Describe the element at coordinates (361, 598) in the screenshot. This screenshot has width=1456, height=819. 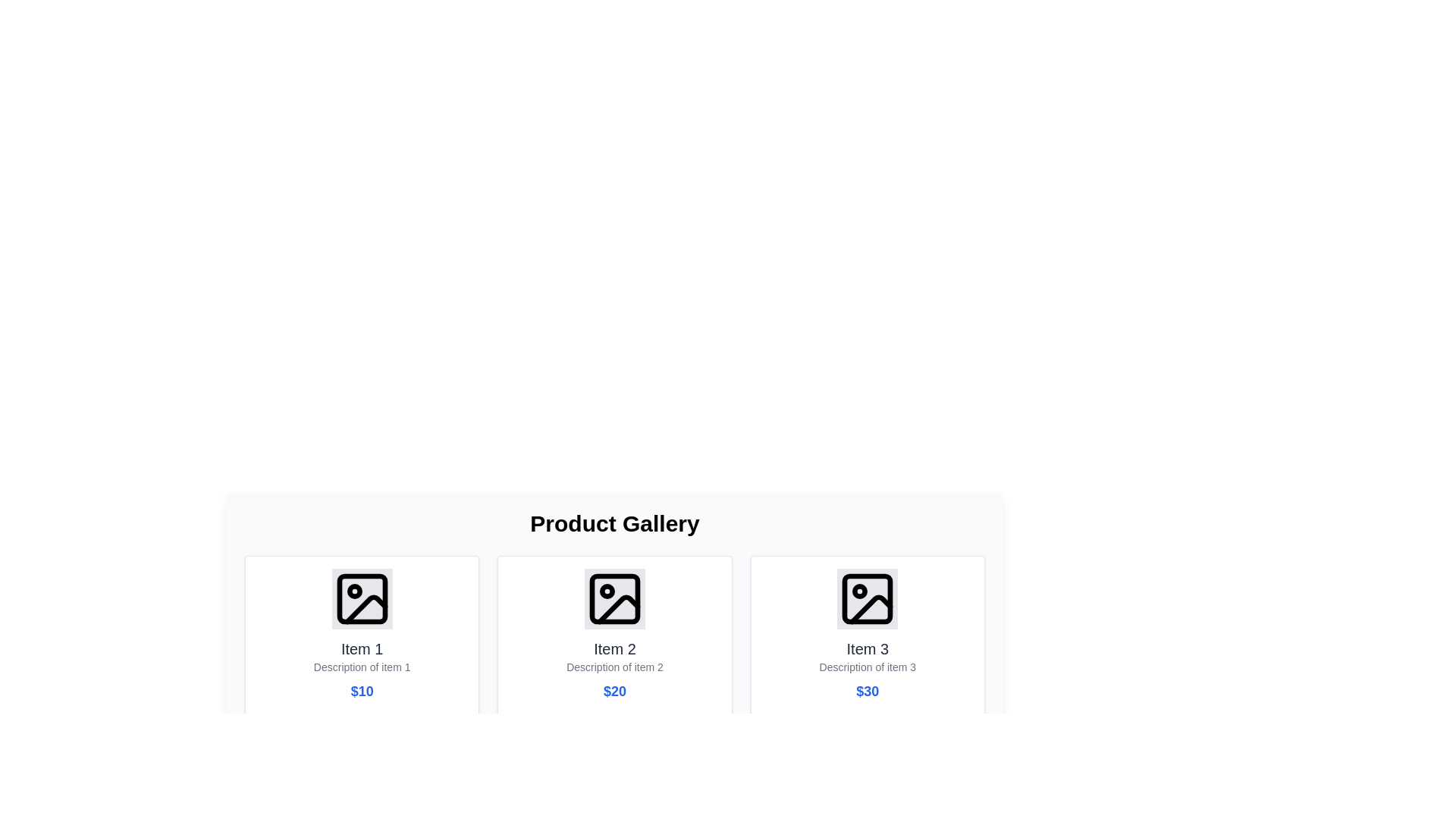
I see `the image placeholder icon representing 'Item 1' in the product gallery, which is positioned above the text and description within its card` at that location.